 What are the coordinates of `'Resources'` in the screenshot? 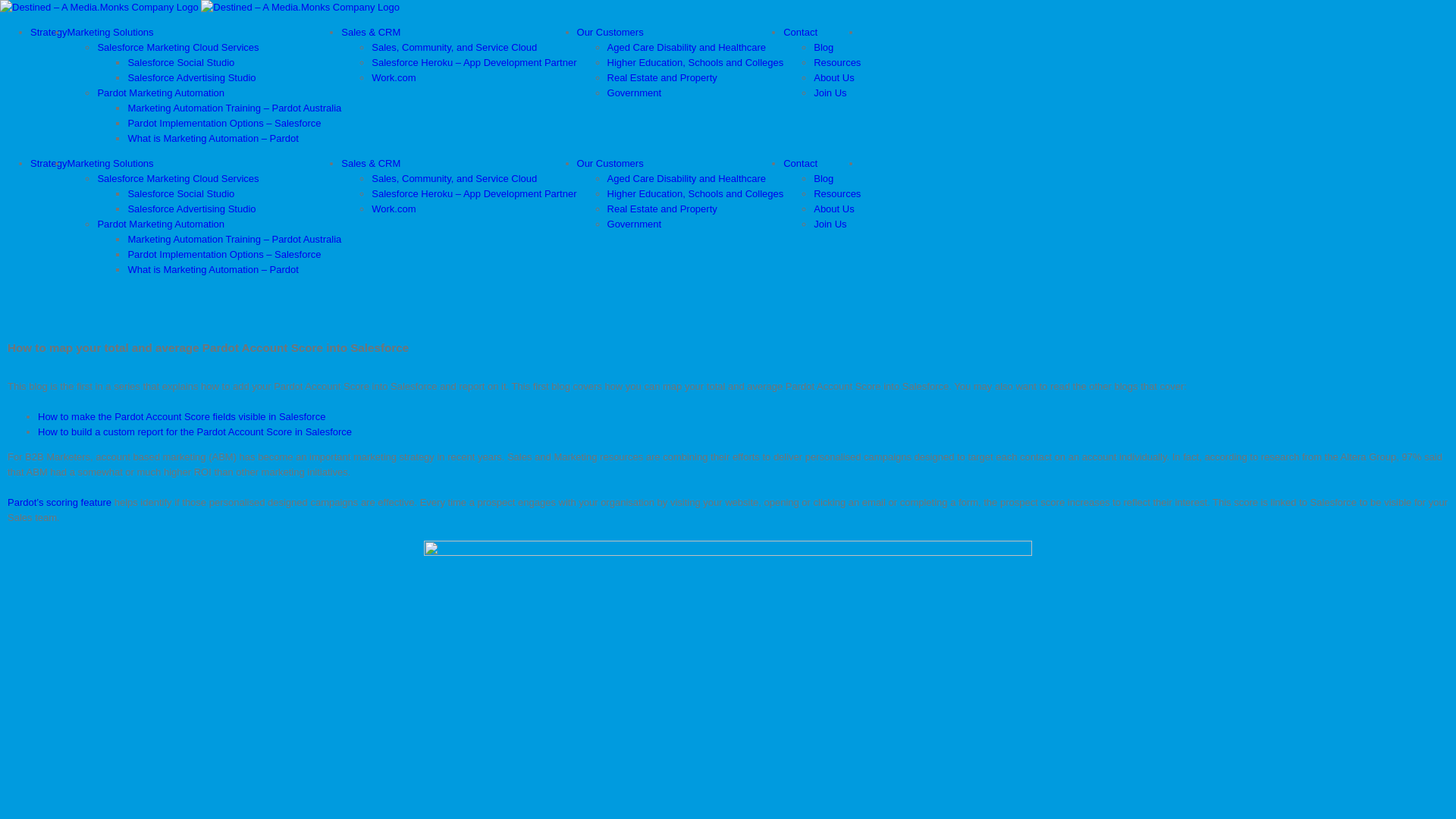 It's located at (836, 193).